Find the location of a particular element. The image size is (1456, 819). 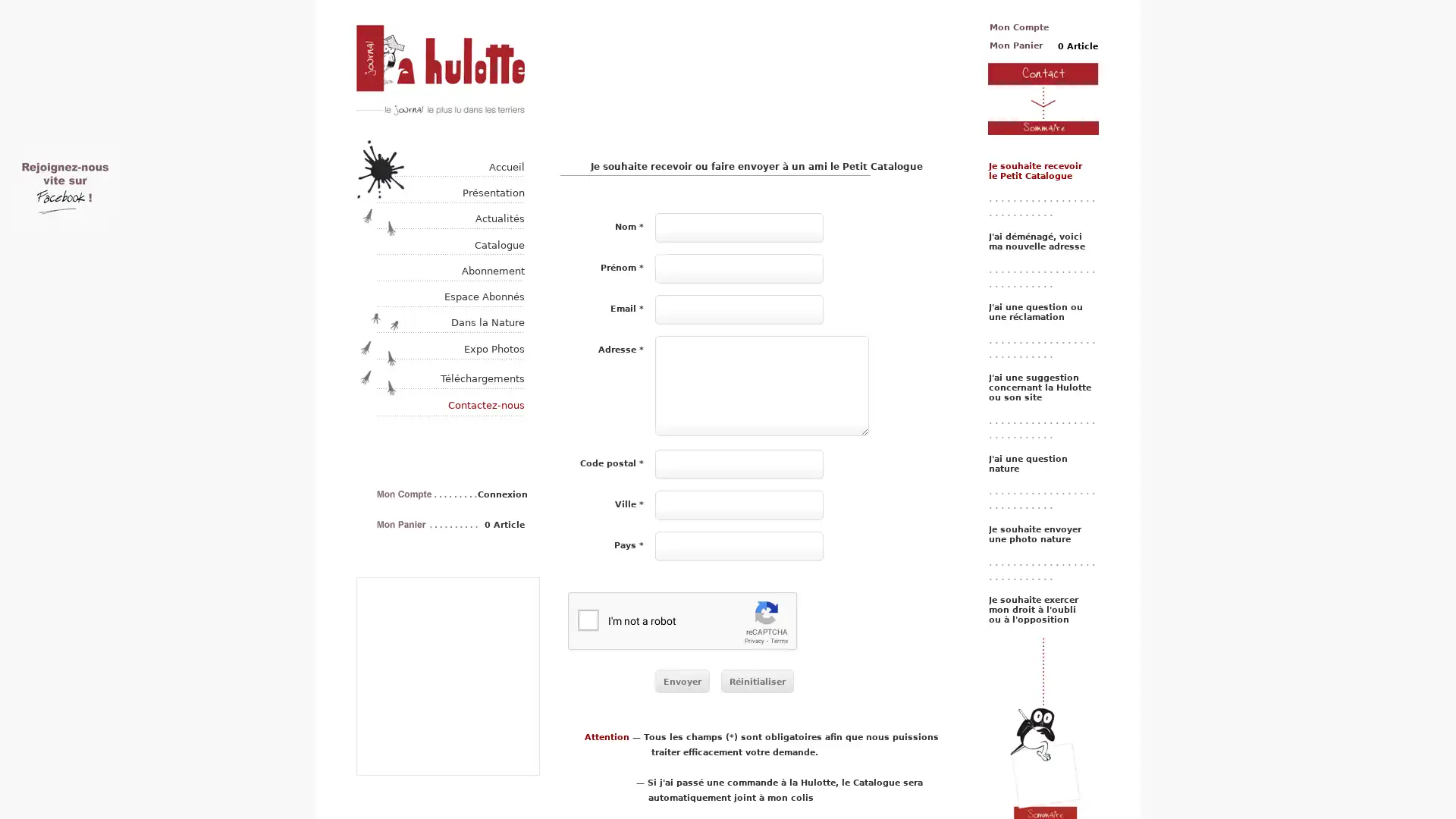

Reinitialiser is located at coordinates (757, 679).